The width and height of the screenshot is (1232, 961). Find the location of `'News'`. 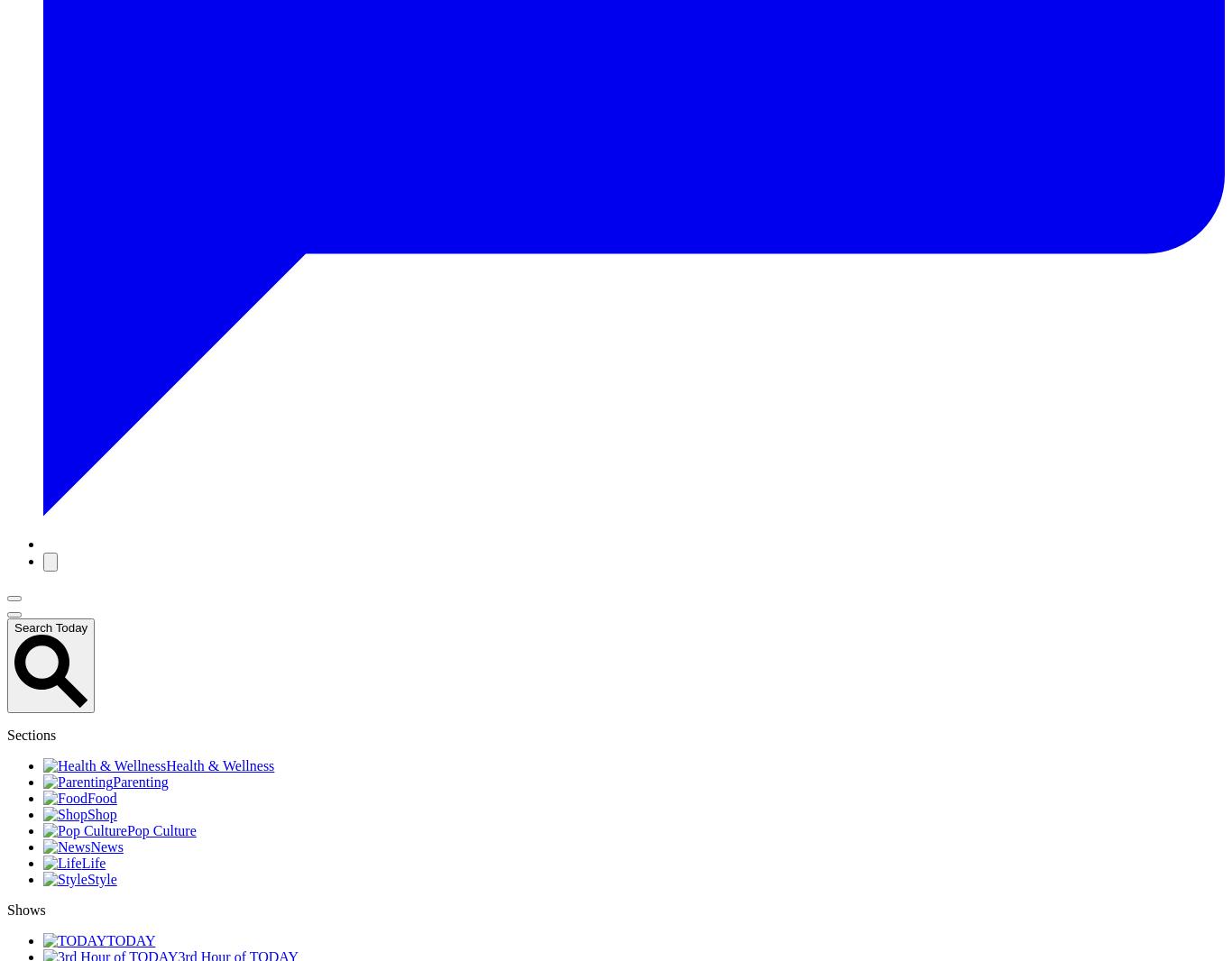

'News' is located at coordinates (106, 847).